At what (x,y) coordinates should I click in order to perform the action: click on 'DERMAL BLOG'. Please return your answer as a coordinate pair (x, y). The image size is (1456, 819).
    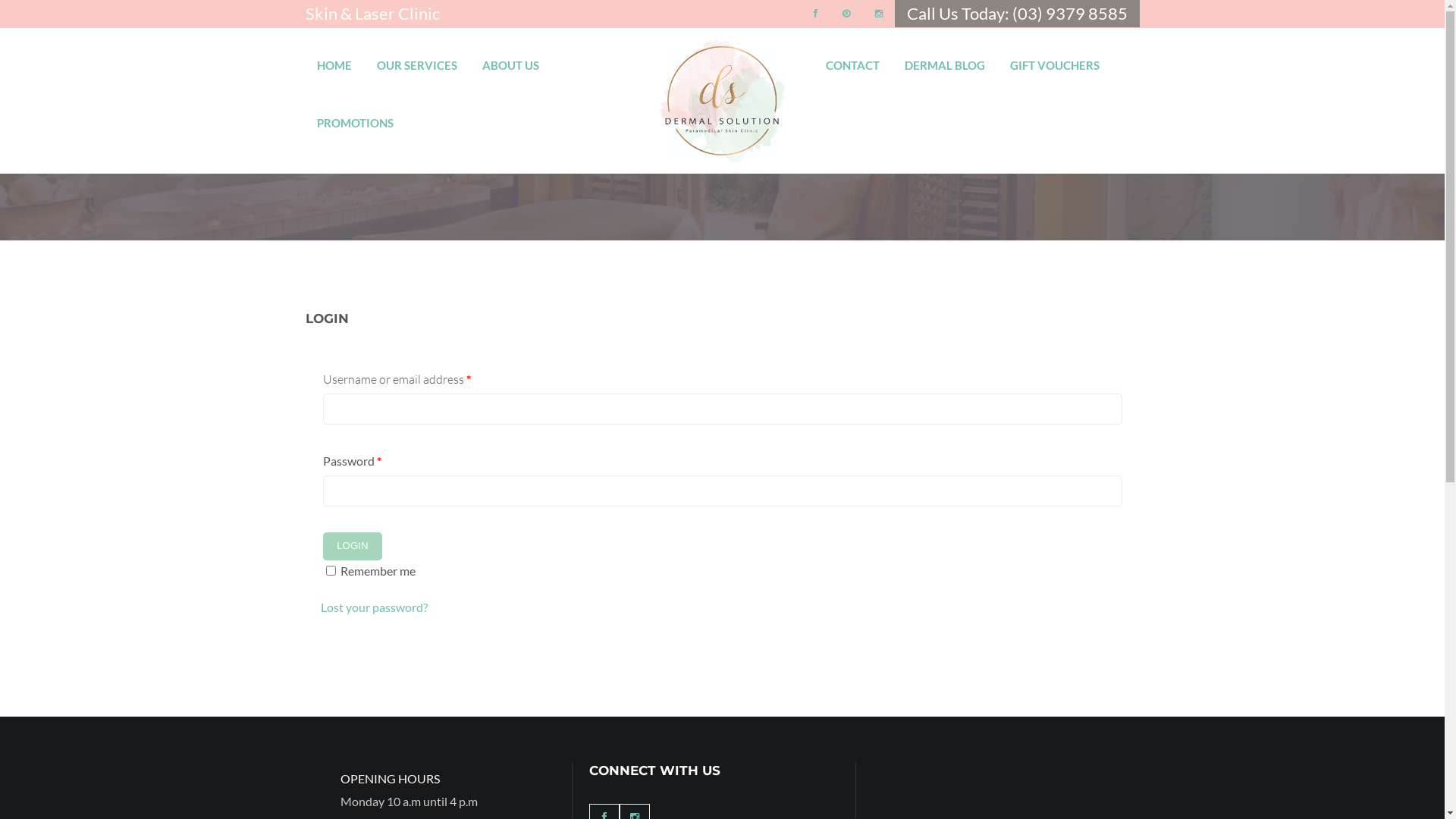
    Looking at the image, I should click on (944, 58).